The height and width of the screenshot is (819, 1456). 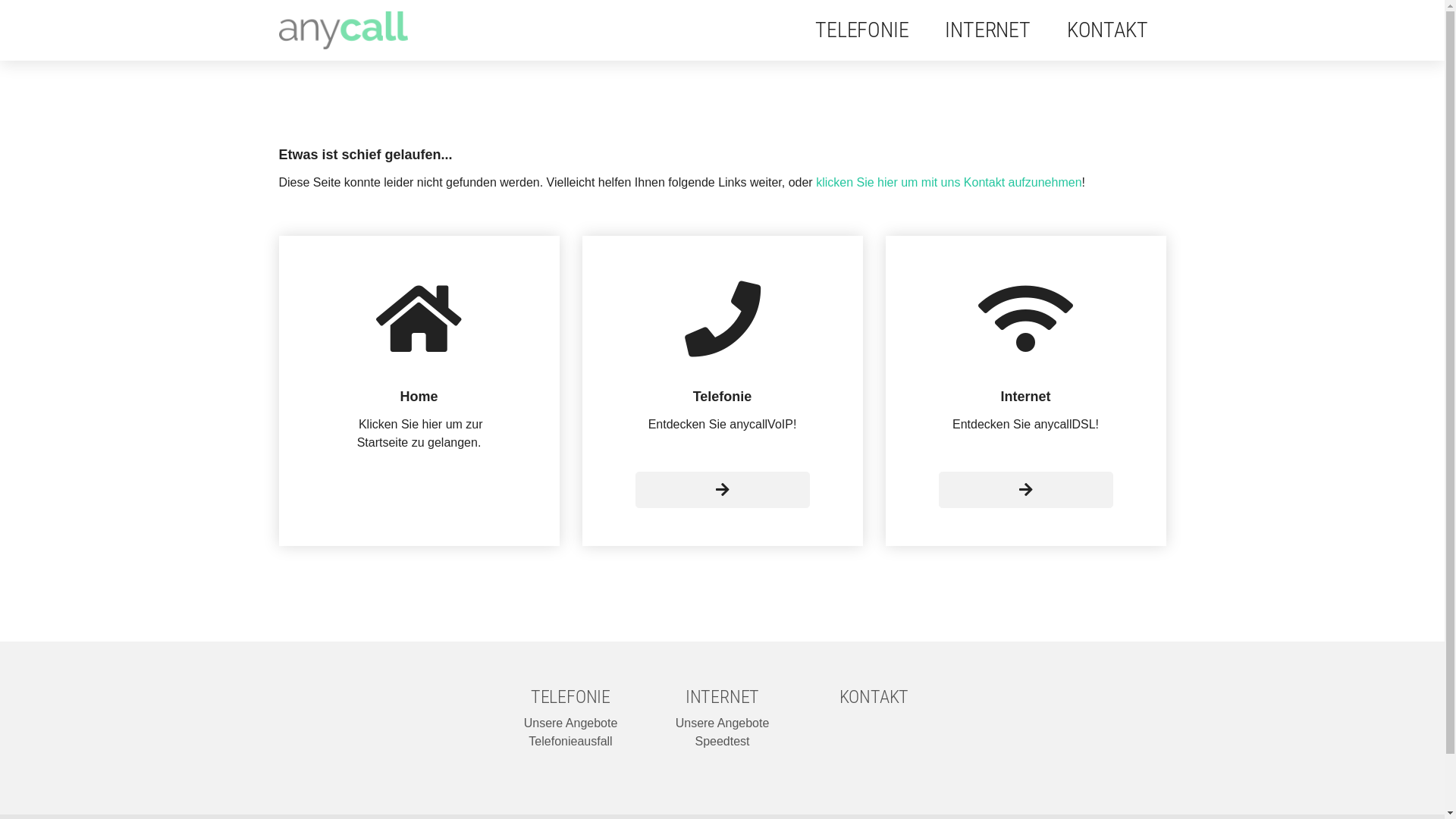 I want to click on 'Speedtest', so click(x=720, y=740).